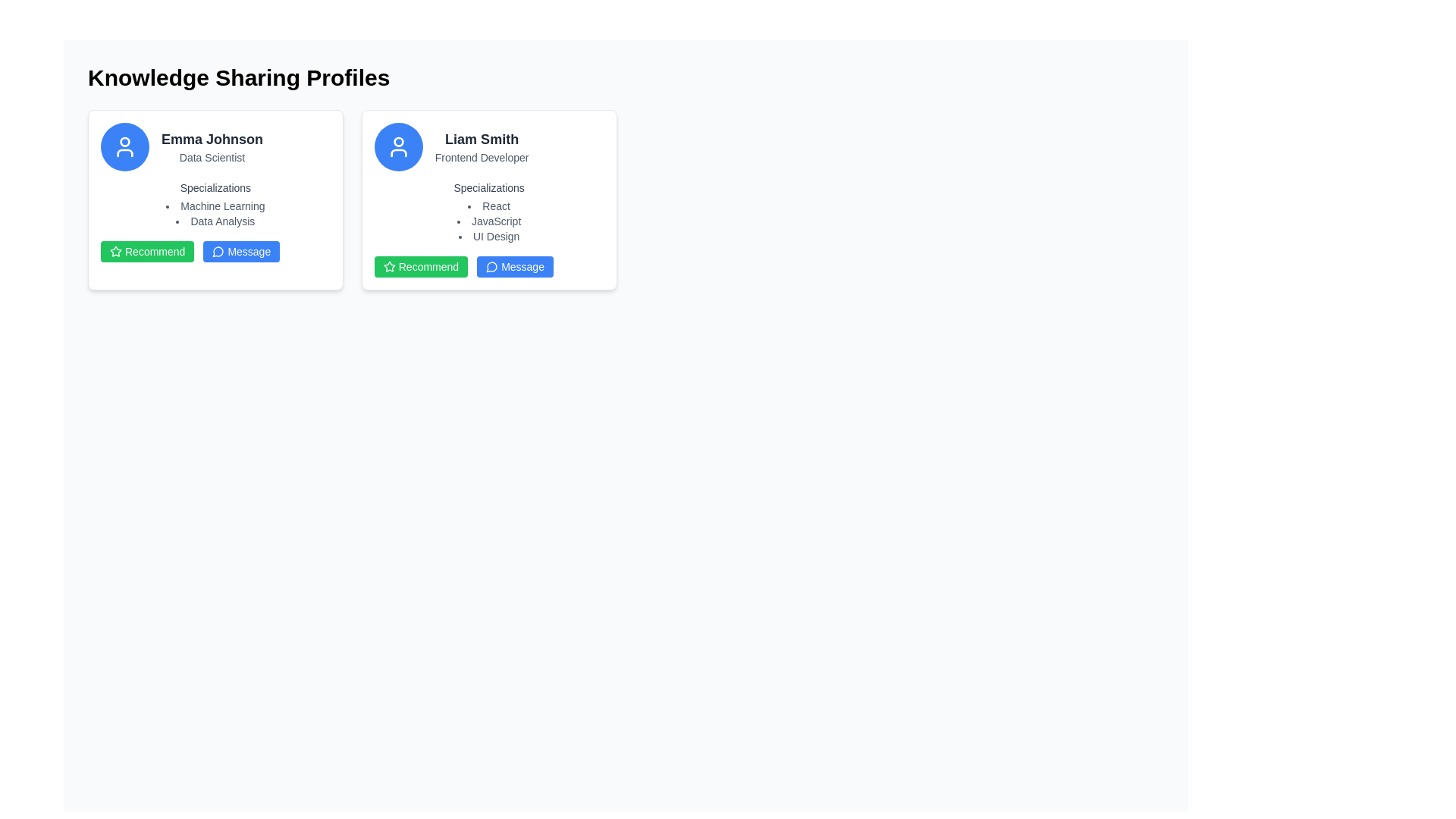 The height and width of the screenshot is (819, 1456). Describe the element at coordinates (124, 152) in the screenshot. I see `the lower body part of the user silhouette icon located in the top-left corner of the left profile card above 'Emma Johnson' text` at that location.